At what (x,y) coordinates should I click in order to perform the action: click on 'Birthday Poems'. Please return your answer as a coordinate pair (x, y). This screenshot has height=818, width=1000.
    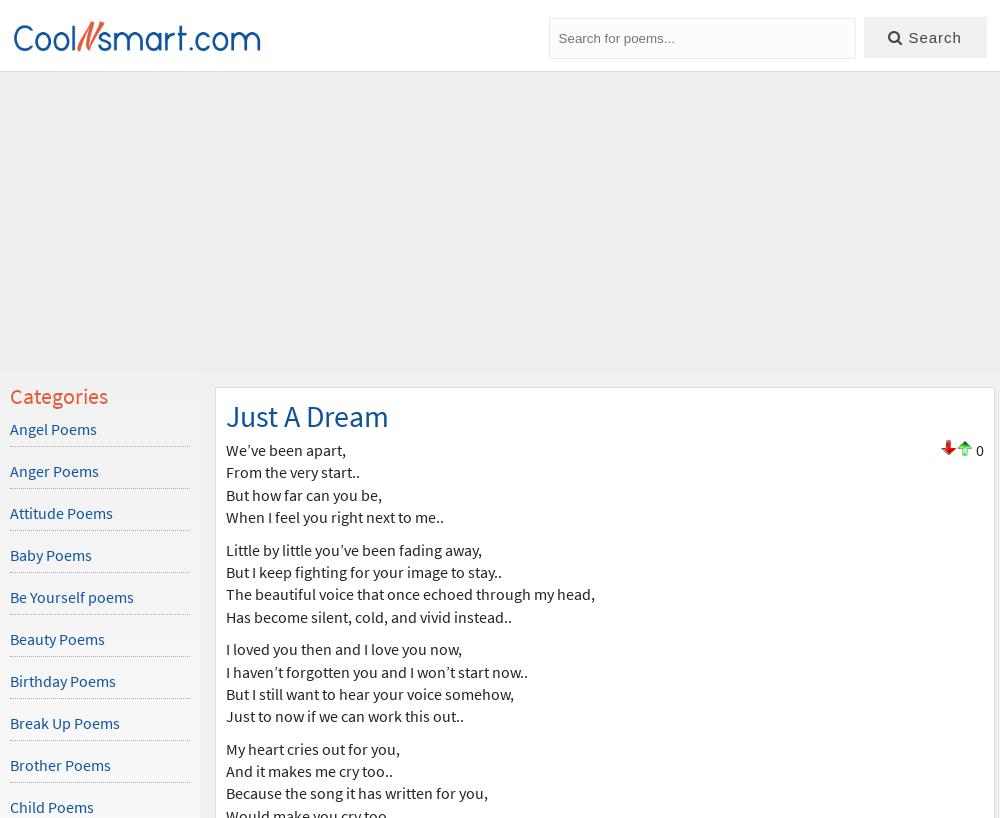
    Looking at the image, I should click on (10, 680).